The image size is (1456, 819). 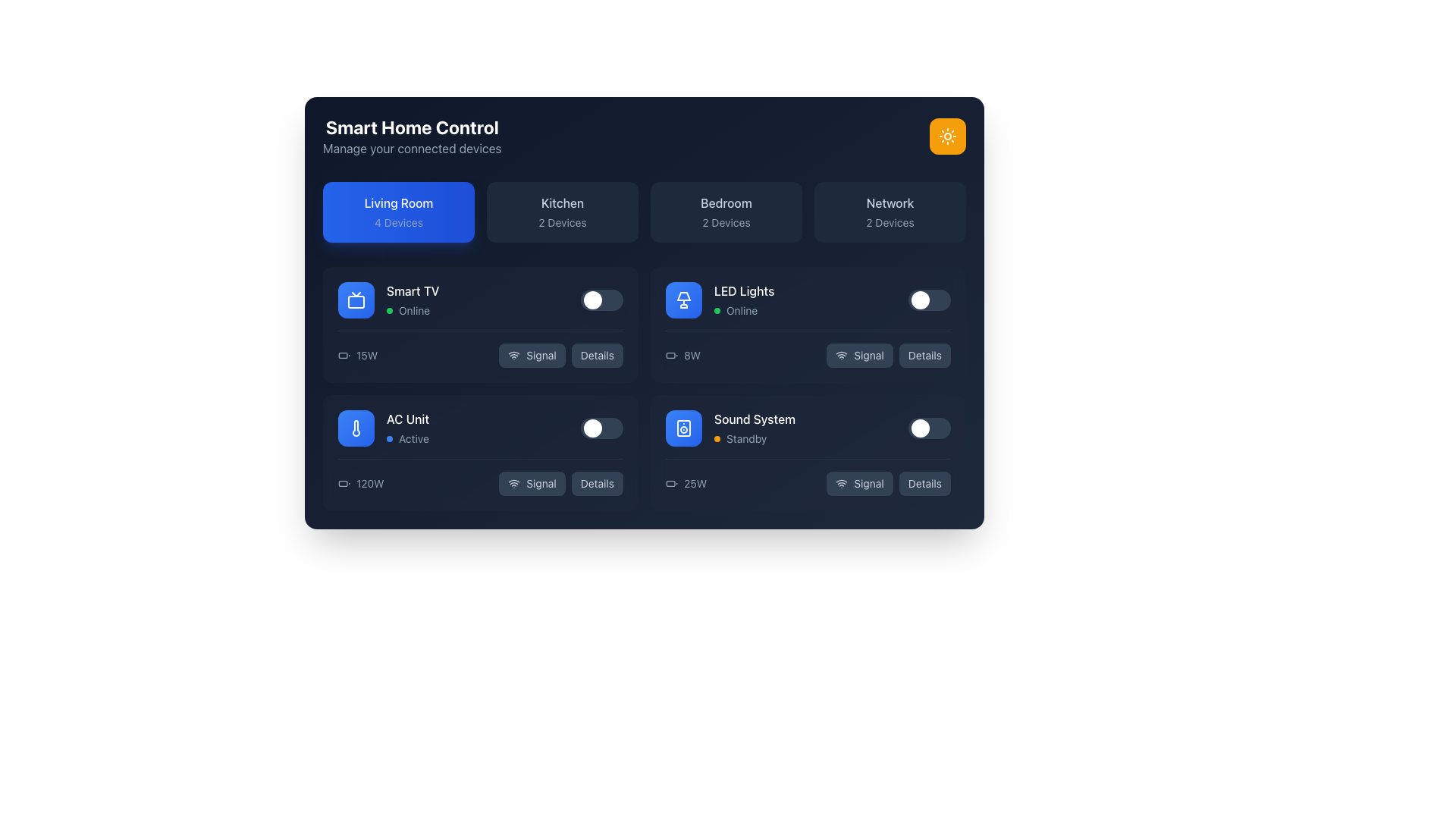 What do you see at coordinates (671, 356) in the screenshot?
I see `the minimalist battery icon located to the left of the '8W' text in the Smart Home Control interface` at bounding box center [671, 356].